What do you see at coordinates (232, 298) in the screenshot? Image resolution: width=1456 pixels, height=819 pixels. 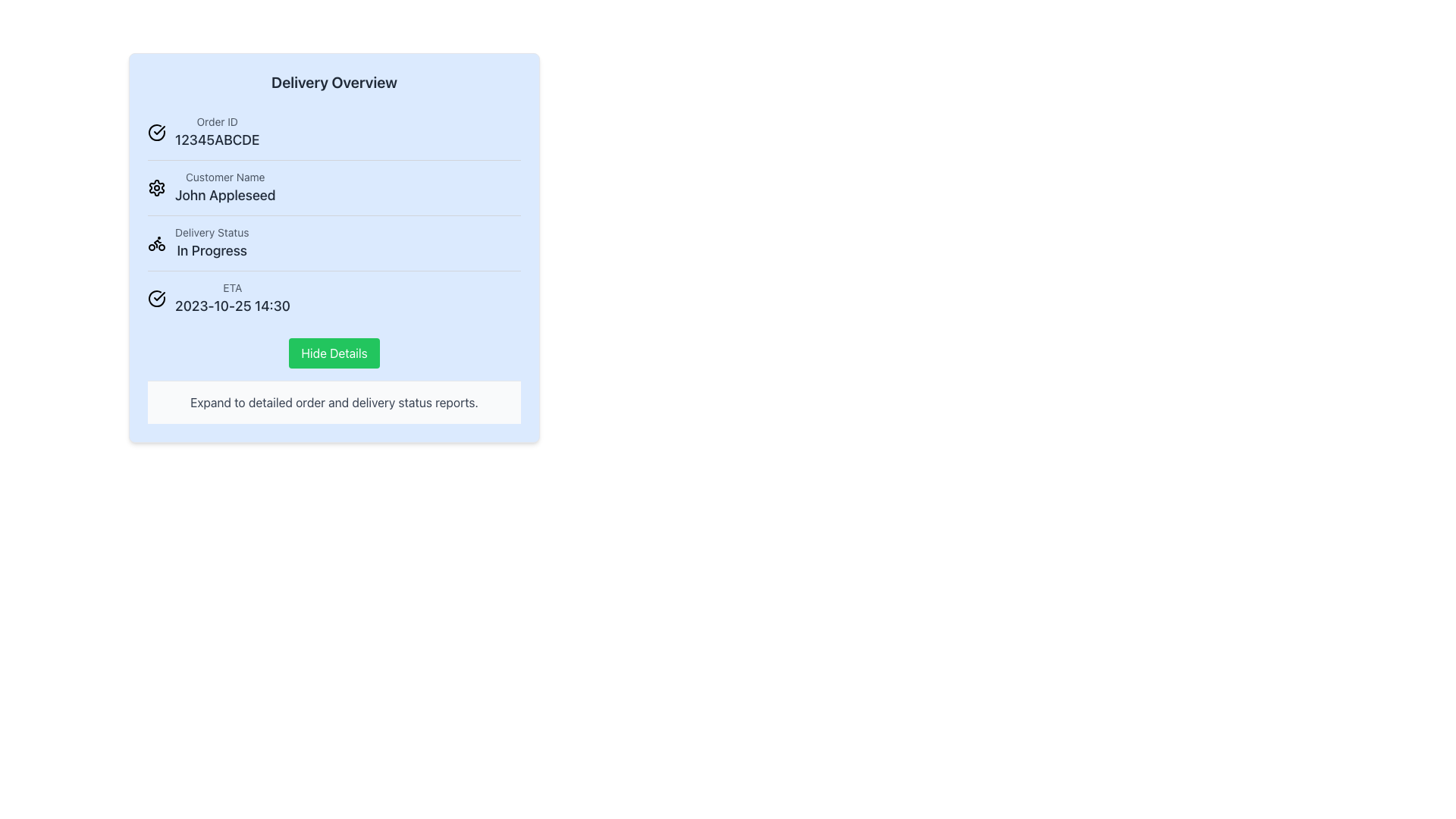 I see `the ETA Text block located in the bottom part of the 'Delivery Overview' card, which is the fourth section in a vertically arranged list of items, to interact with the associated section` at bounding box center [232, 298].